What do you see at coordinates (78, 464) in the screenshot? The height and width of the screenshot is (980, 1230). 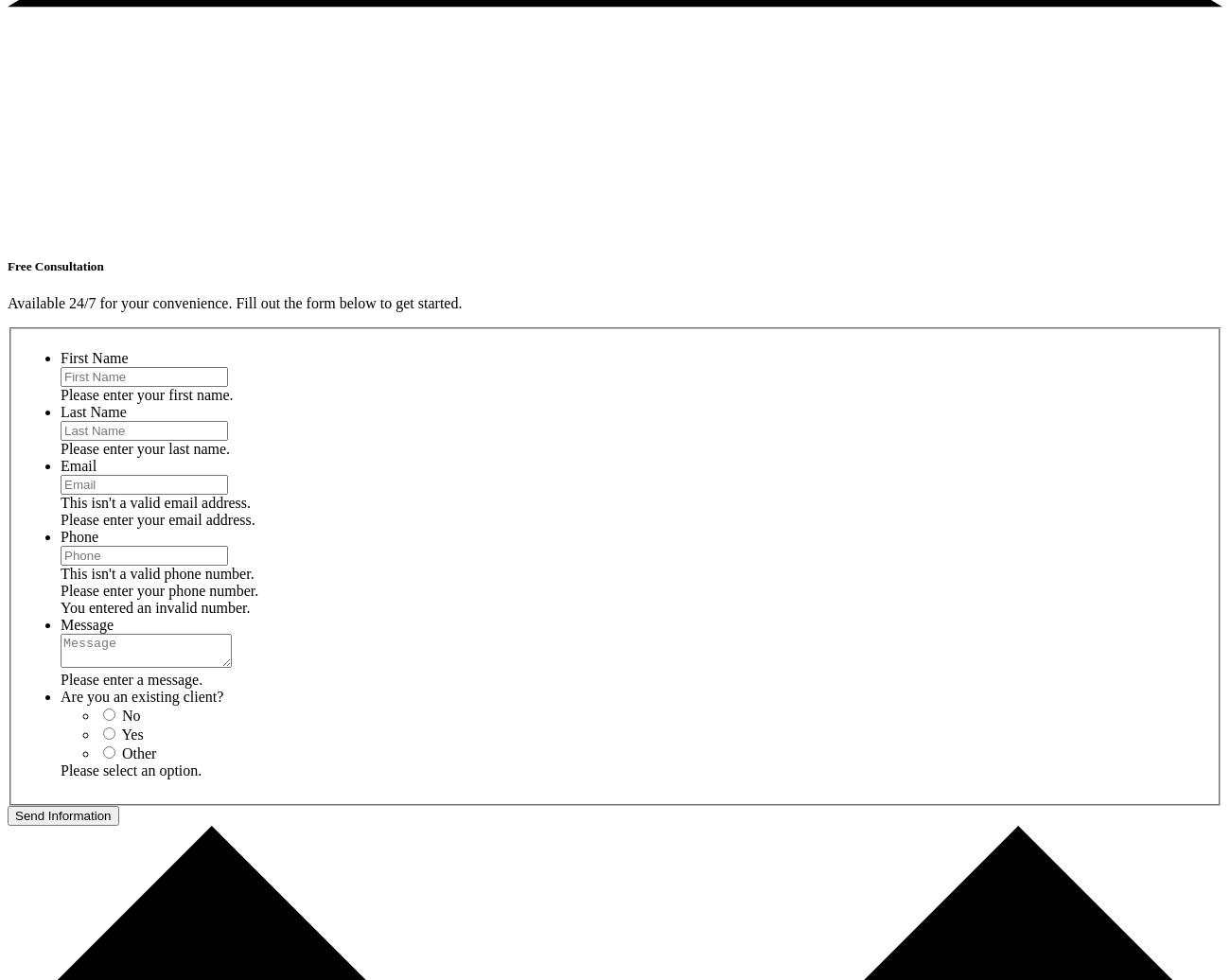 I see `'Email'` at bounding box center [78, 464].